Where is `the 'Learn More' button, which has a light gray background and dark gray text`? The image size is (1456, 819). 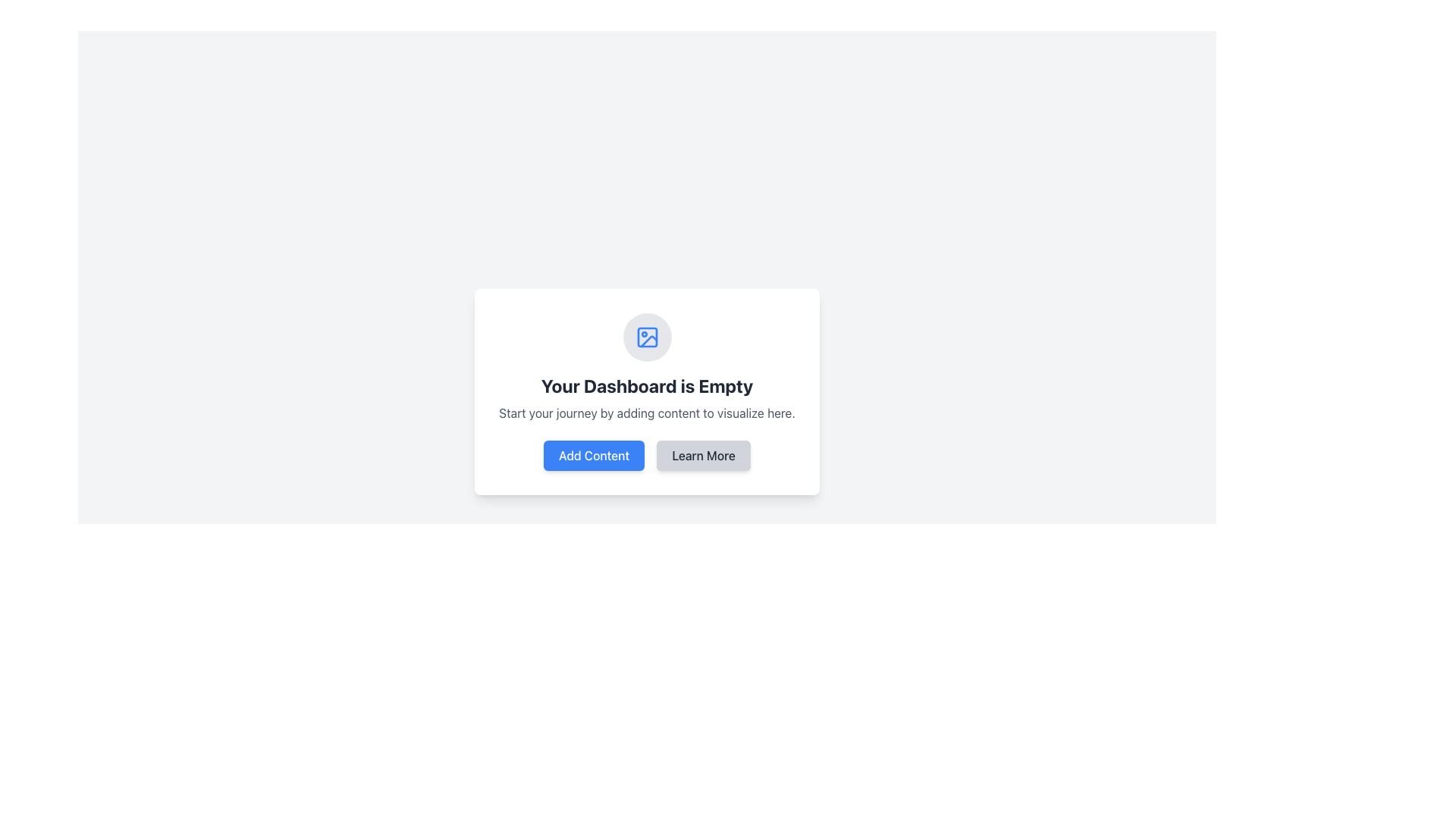 the 'Learn More' button, which has a light gray background and dark gray text is located at coordinates (703, 455).